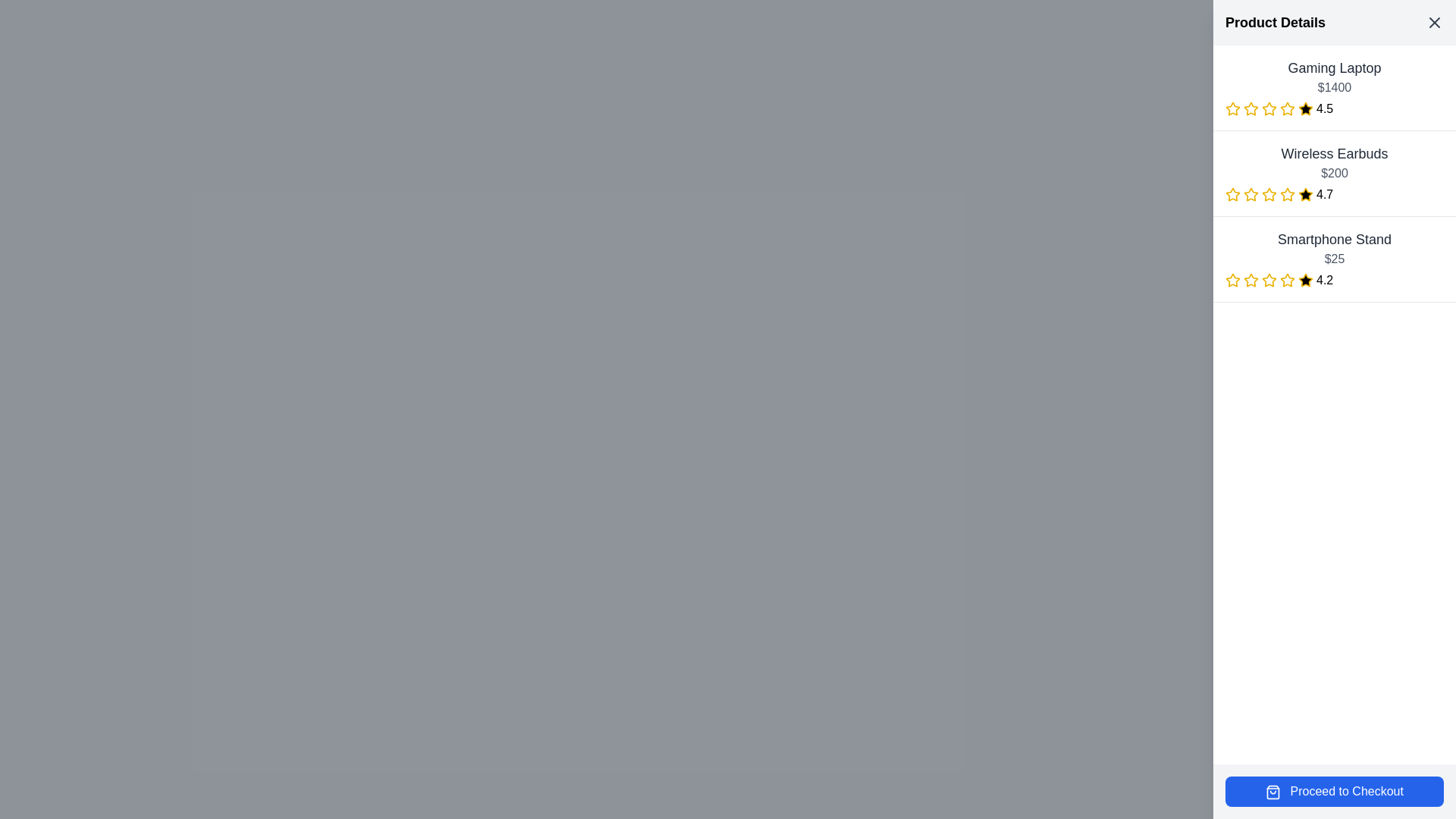  I want to click on the shopping bag or cart icon located to the left of the 'Proceed to Checkout' button, as it is the first inline element of its children, so click(1273, 791).